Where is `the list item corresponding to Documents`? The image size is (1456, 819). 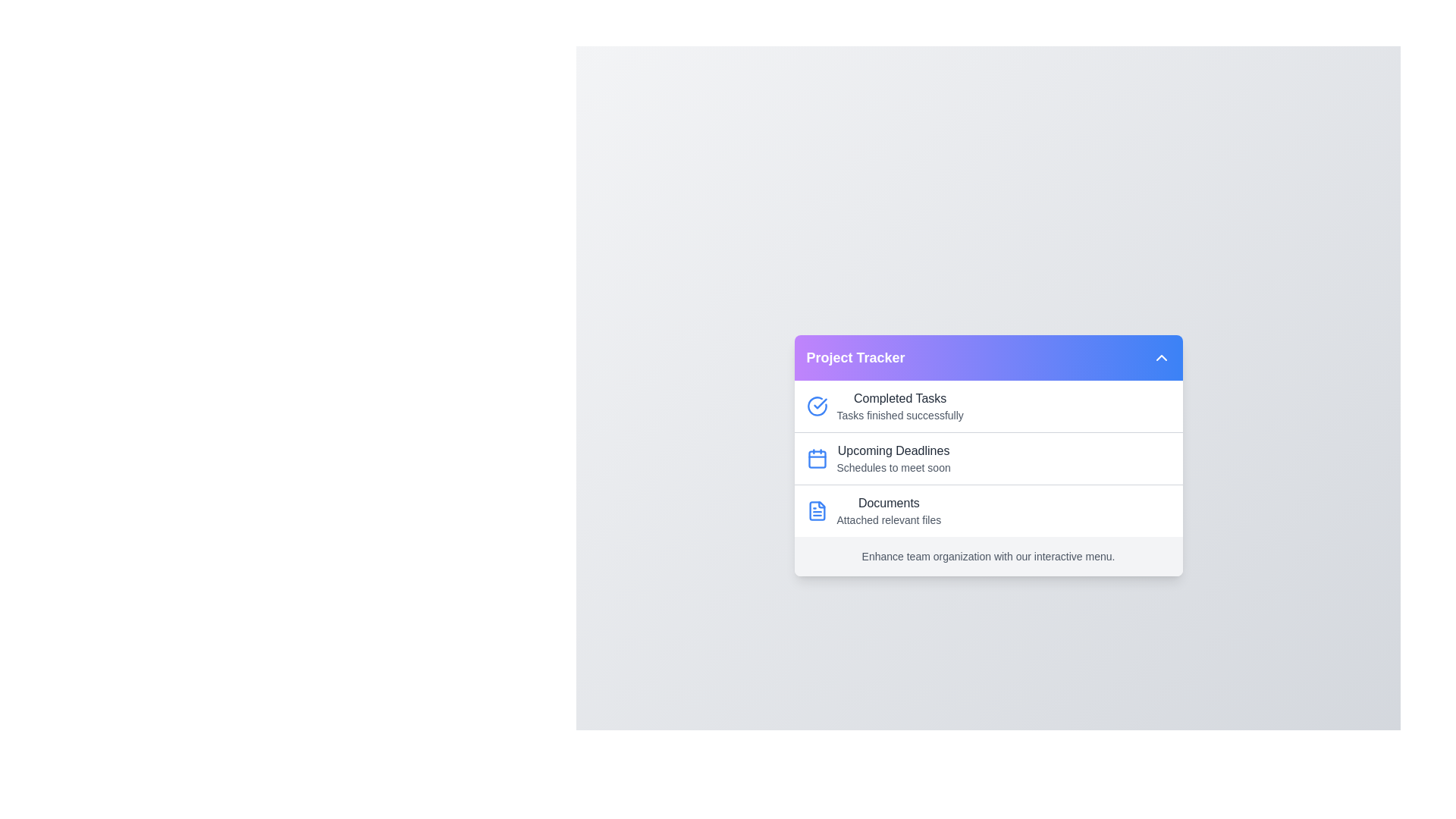
the list item corresponding to Documents is located at coordinates (988, 510).